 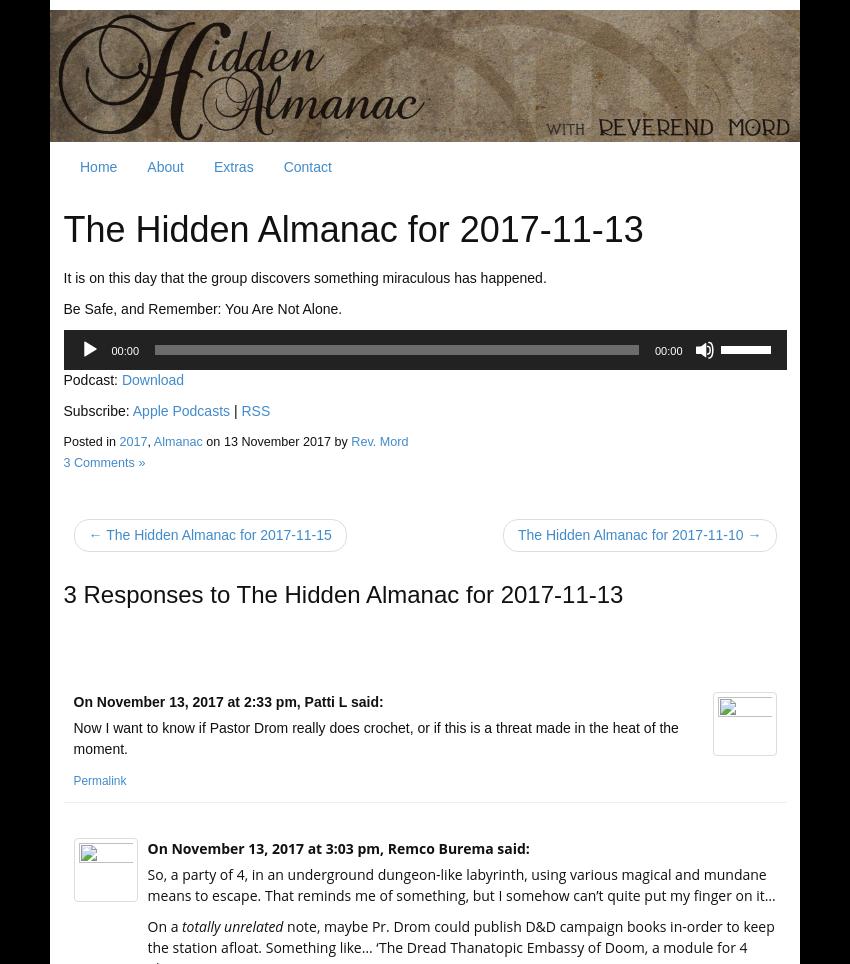 I want to click on 'Now I want to know if Pastor Drom really does crochet, or if this is a threat made in the heat of the moment.', so click(x=73, y=736).